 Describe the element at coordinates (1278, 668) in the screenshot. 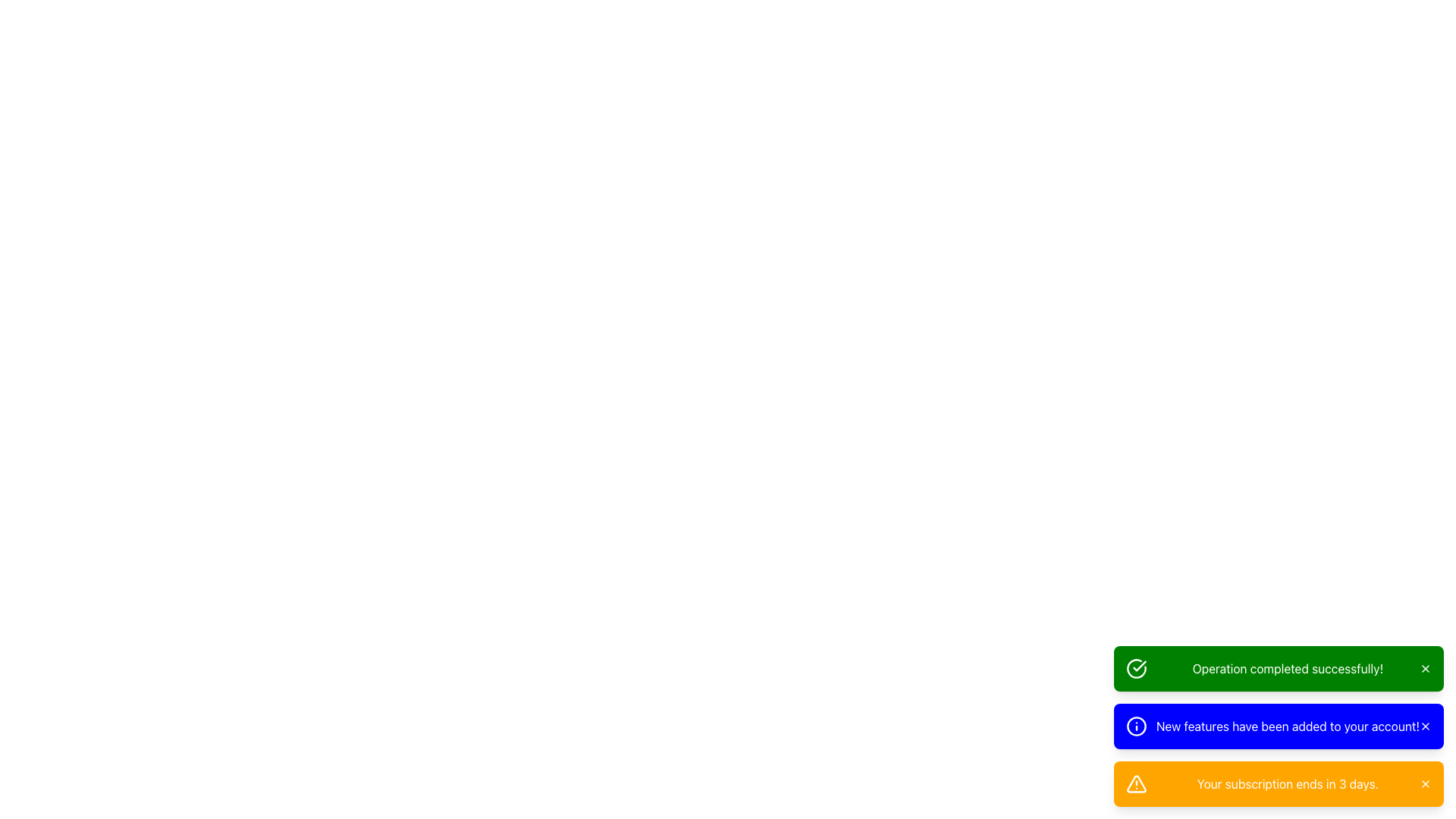

I see `the green notification panel that contains the message 'Operation completed successfully!'` at that location.